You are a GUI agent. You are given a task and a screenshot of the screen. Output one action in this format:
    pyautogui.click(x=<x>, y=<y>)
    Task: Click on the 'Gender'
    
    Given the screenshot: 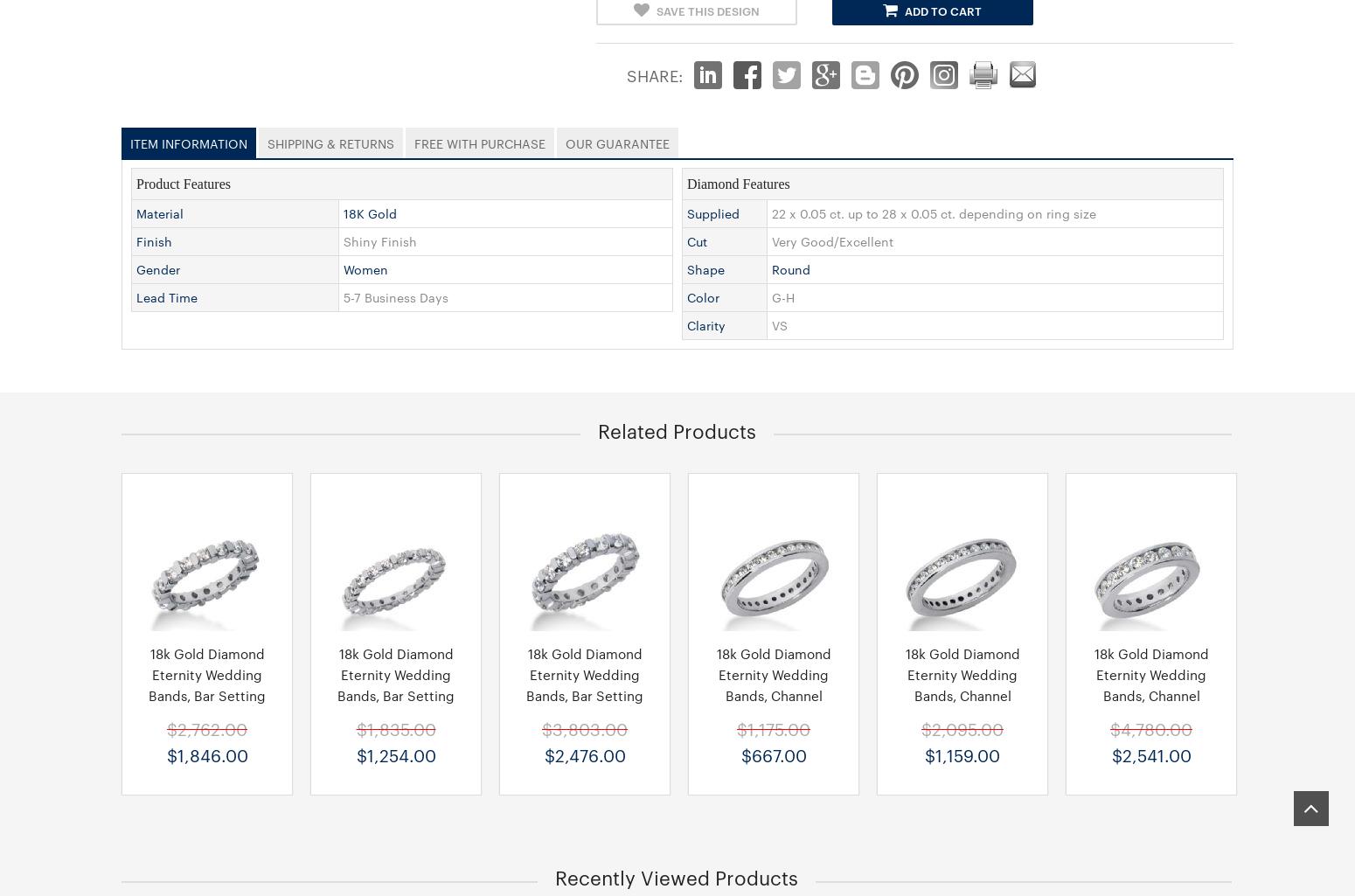 What is the action you would take?
    pyautogui.click(x=157, y=267)
    